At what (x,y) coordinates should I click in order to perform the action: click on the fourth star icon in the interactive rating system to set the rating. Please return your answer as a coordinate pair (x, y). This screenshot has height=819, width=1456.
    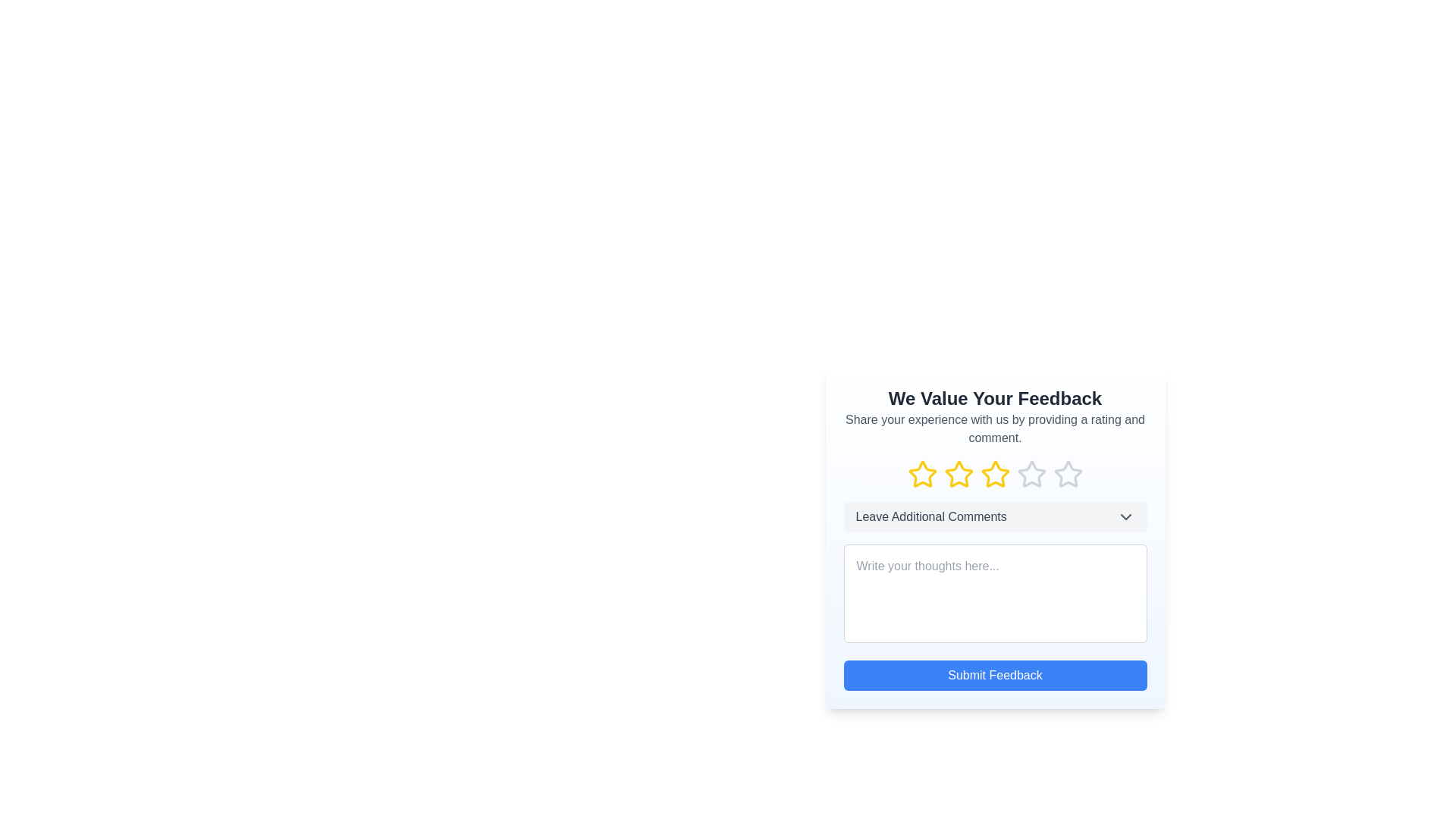
    Looking at the image, I should click on (995, 473).